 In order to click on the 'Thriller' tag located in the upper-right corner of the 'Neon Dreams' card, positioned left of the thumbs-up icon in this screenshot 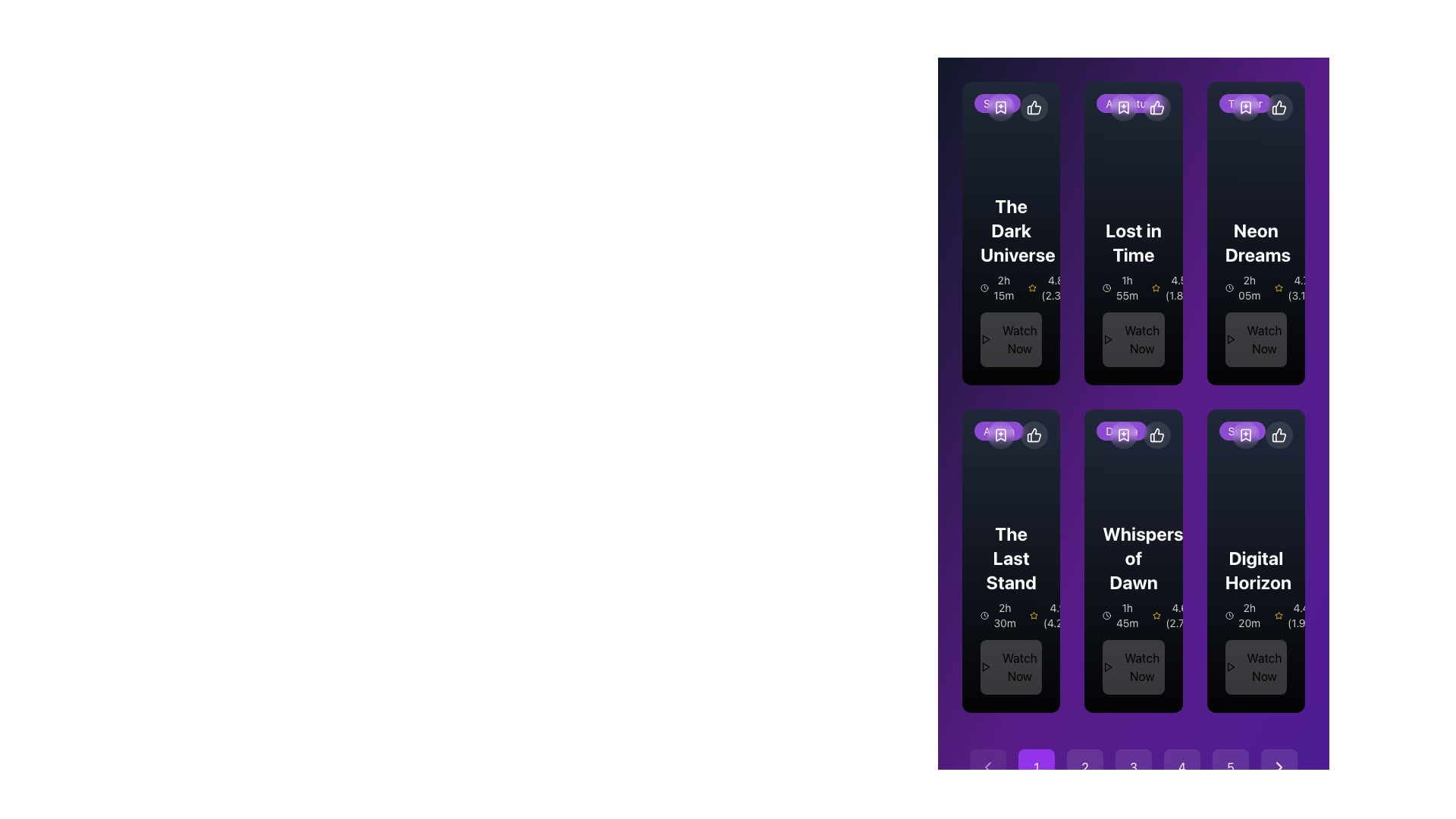, I will do `click(1245, 102)`.